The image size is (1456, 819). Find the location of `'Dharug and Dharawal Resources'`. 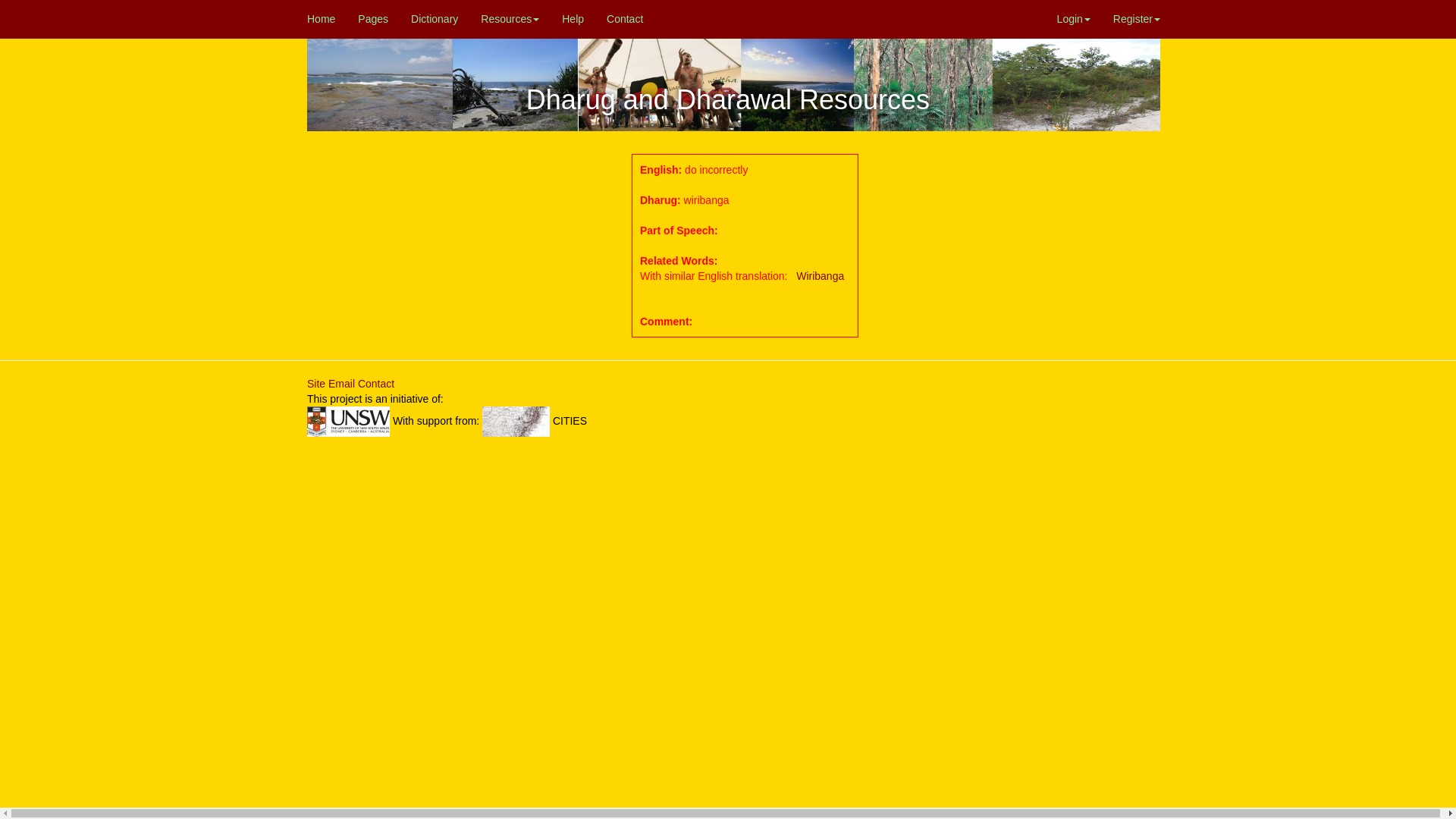

'Dharug and Dharawal Resources' is located at coordinates (526, 99).